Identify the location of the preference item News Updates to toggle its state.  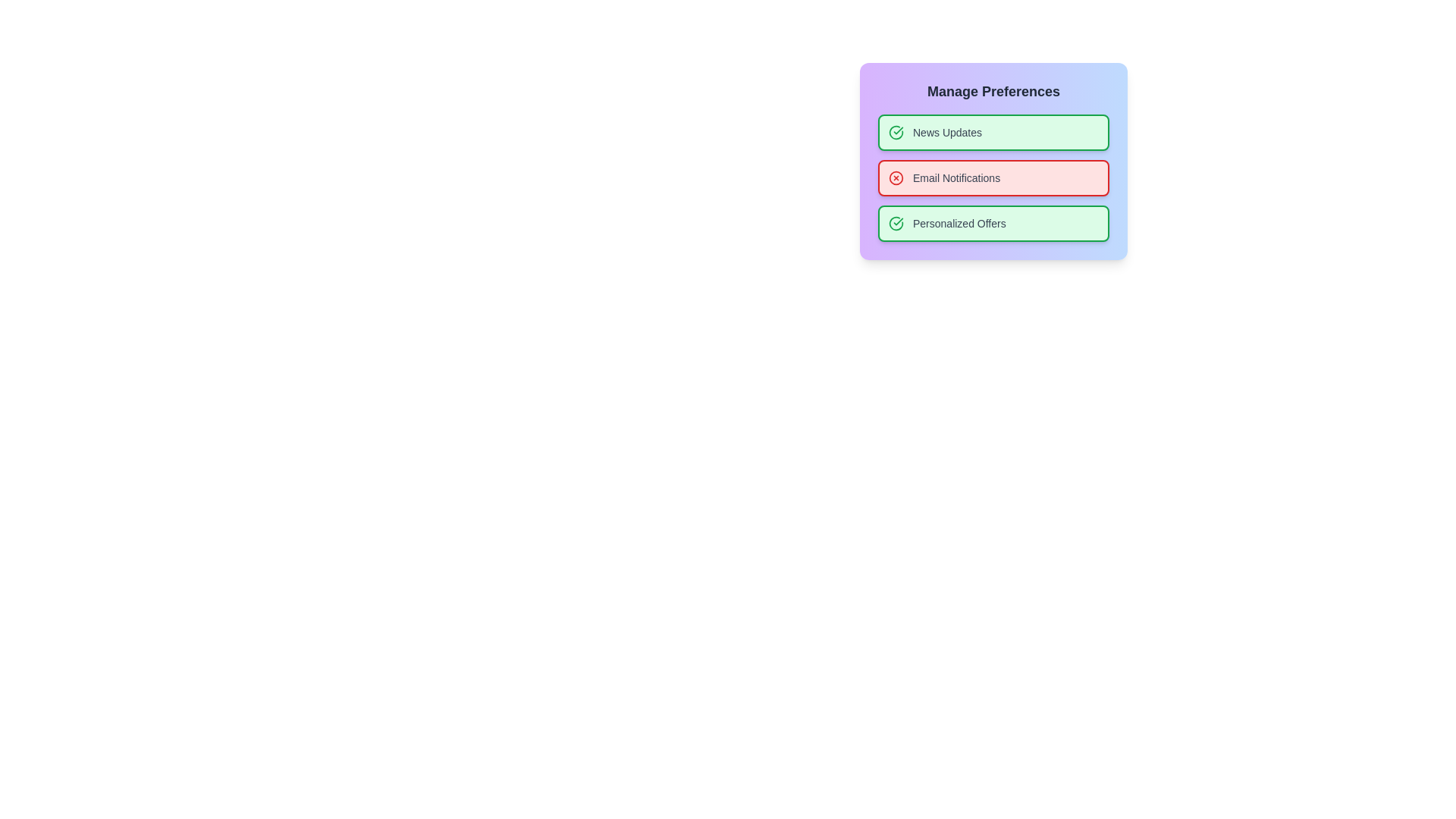
(993, 131).